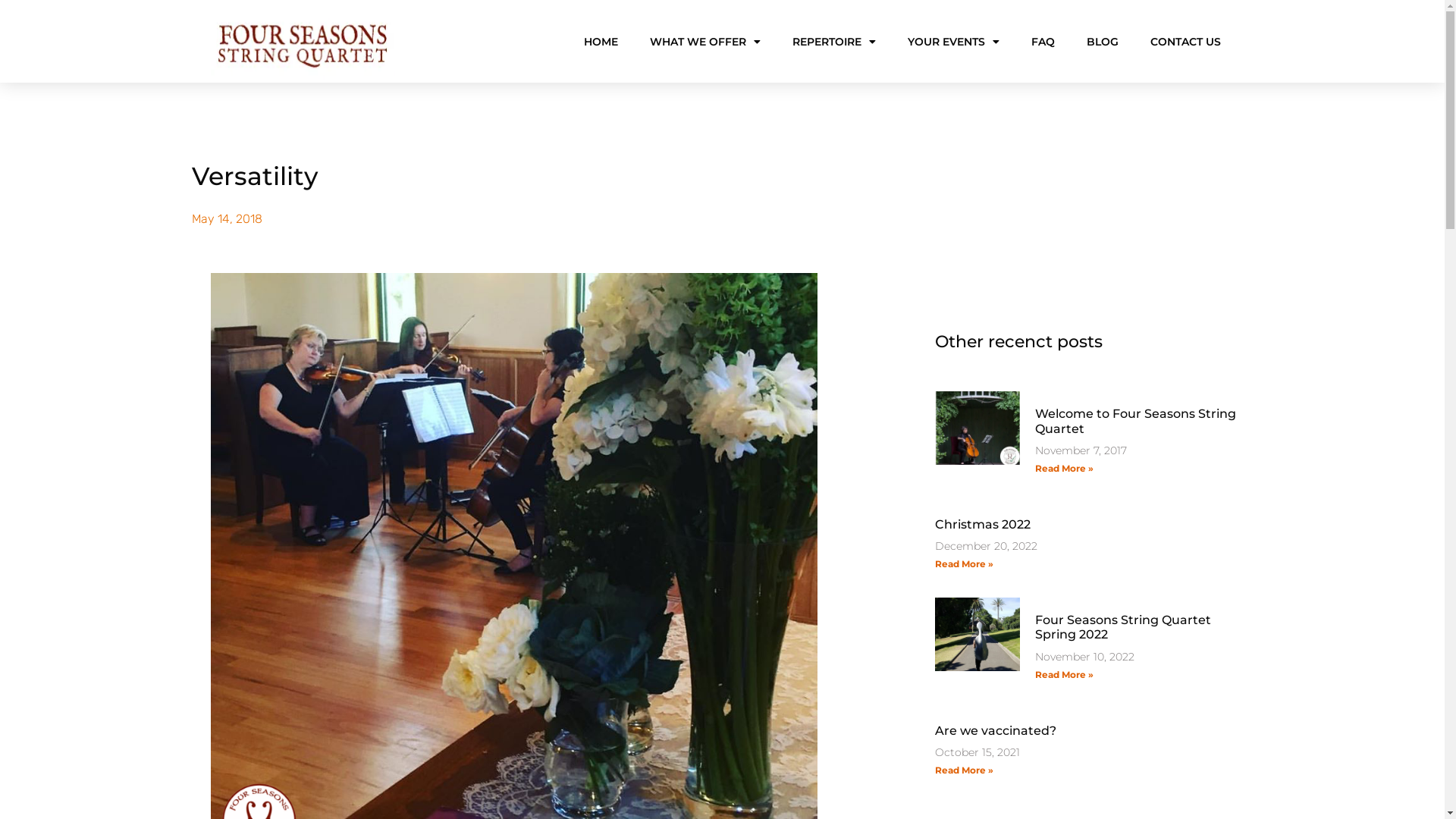 This screenshot has width=1456, height=819. I want to click on 'CONTACT US', so click(1184, 40).